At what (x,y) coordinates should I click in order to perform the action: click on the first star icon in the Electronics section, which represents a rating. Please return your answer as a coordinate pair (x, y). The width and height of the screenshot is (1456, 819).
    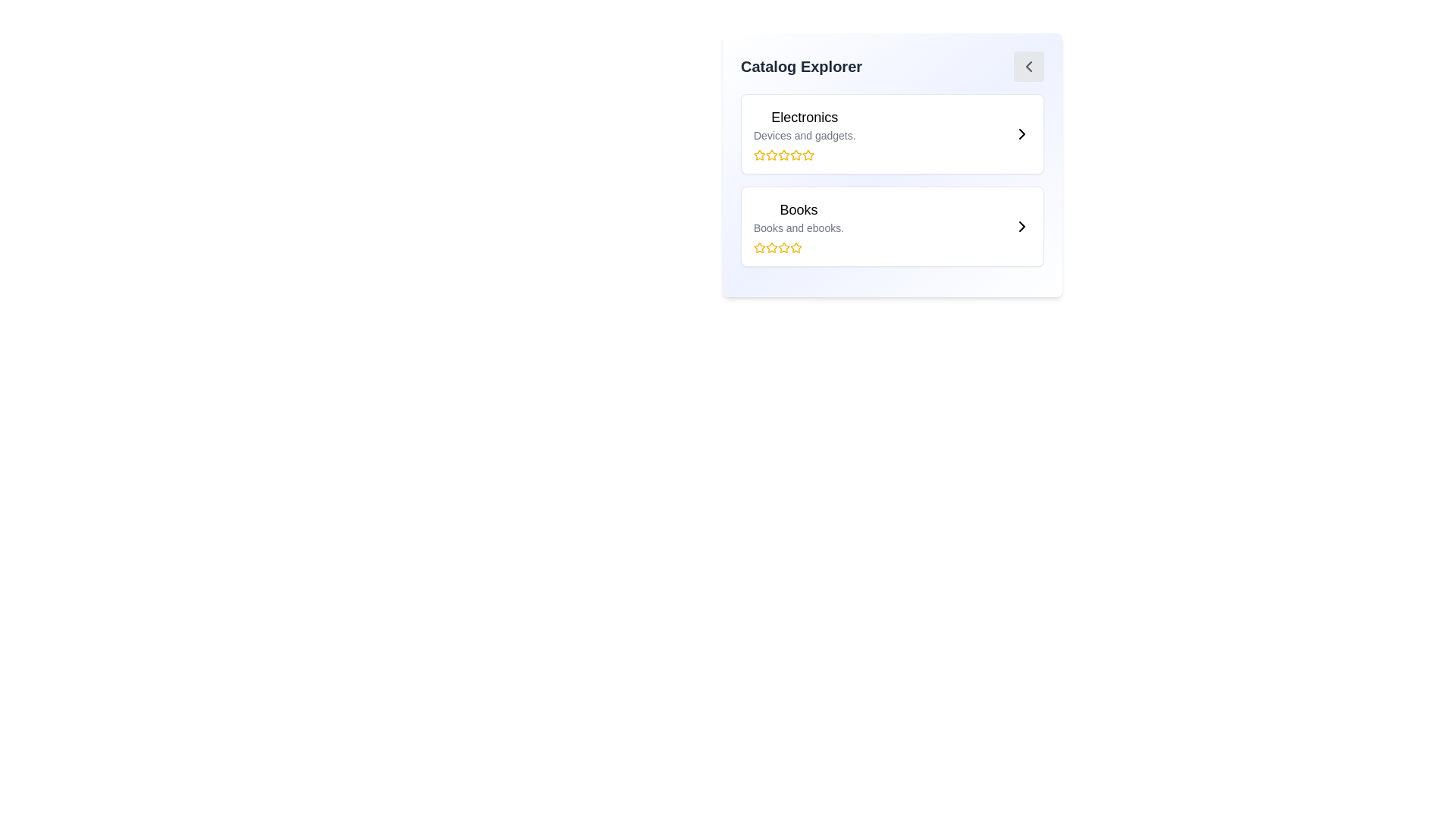
    Looking at the image, I should click on (760, 155).